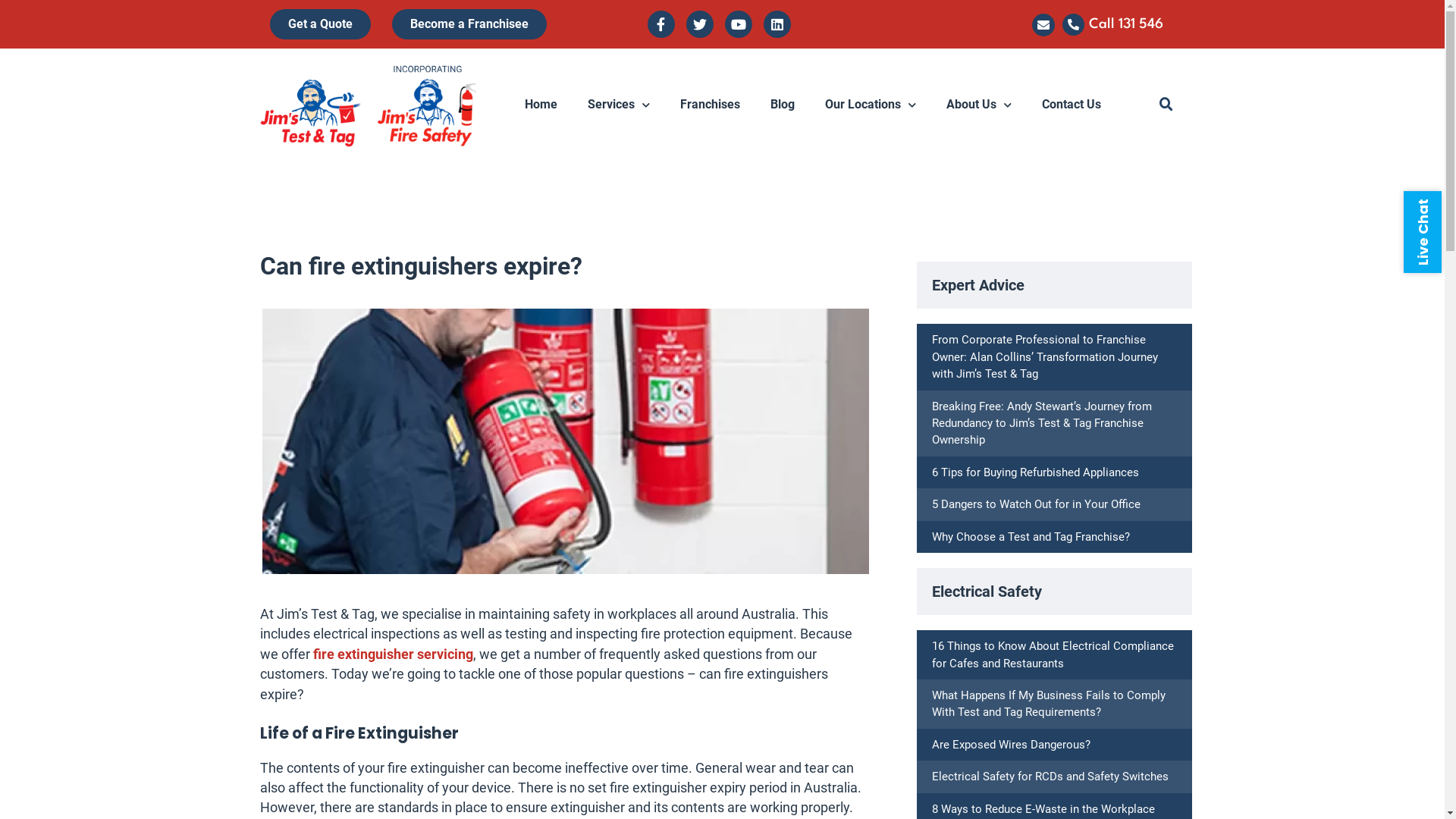  Describe the element at coordinates (1043, 808) in the screenshot. I see `'8 Ways to Reduce E-Waste in the Workplace'` at that location.